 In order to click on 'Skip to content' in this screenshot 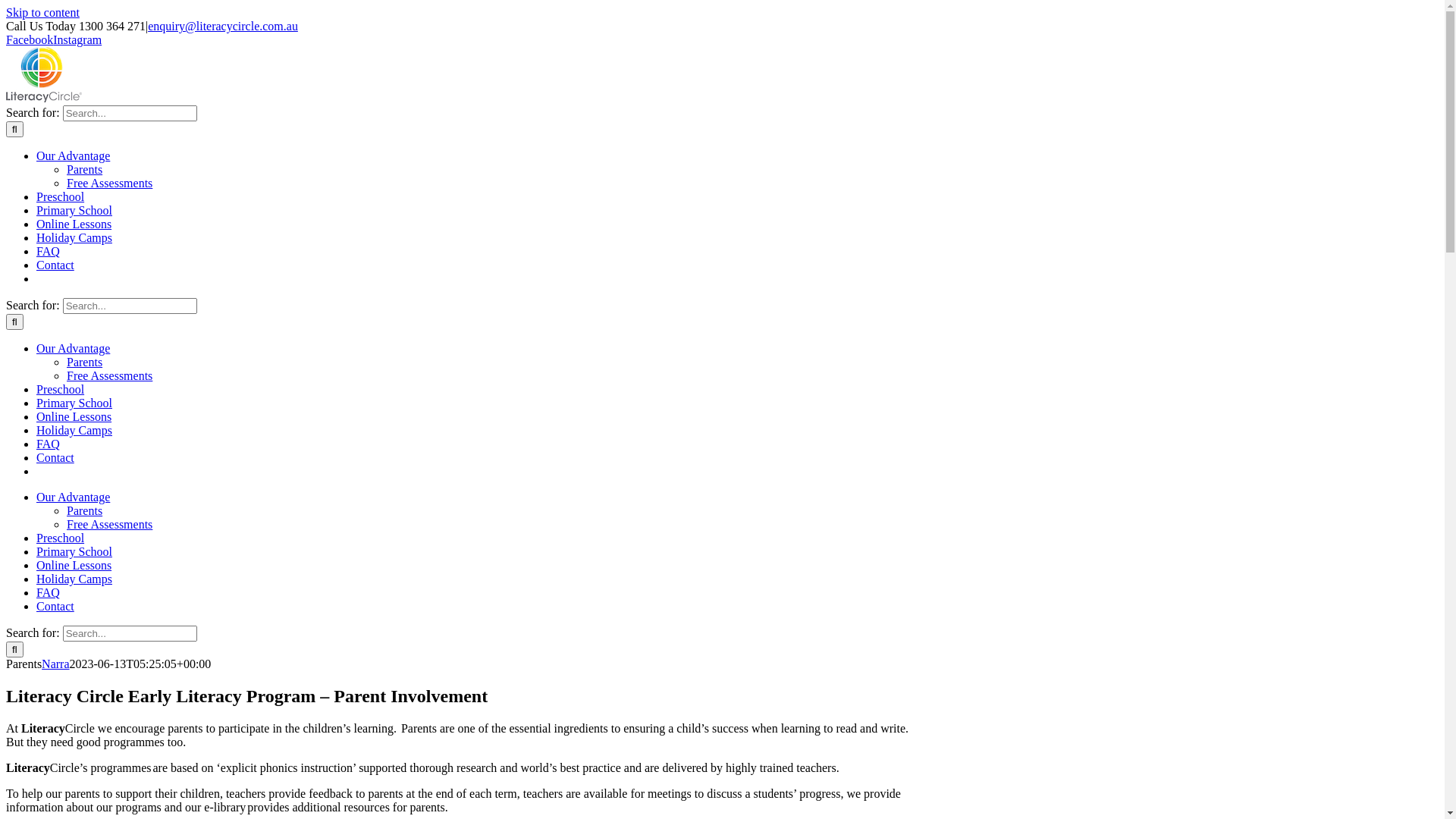, I will do `click(42, 12)`.